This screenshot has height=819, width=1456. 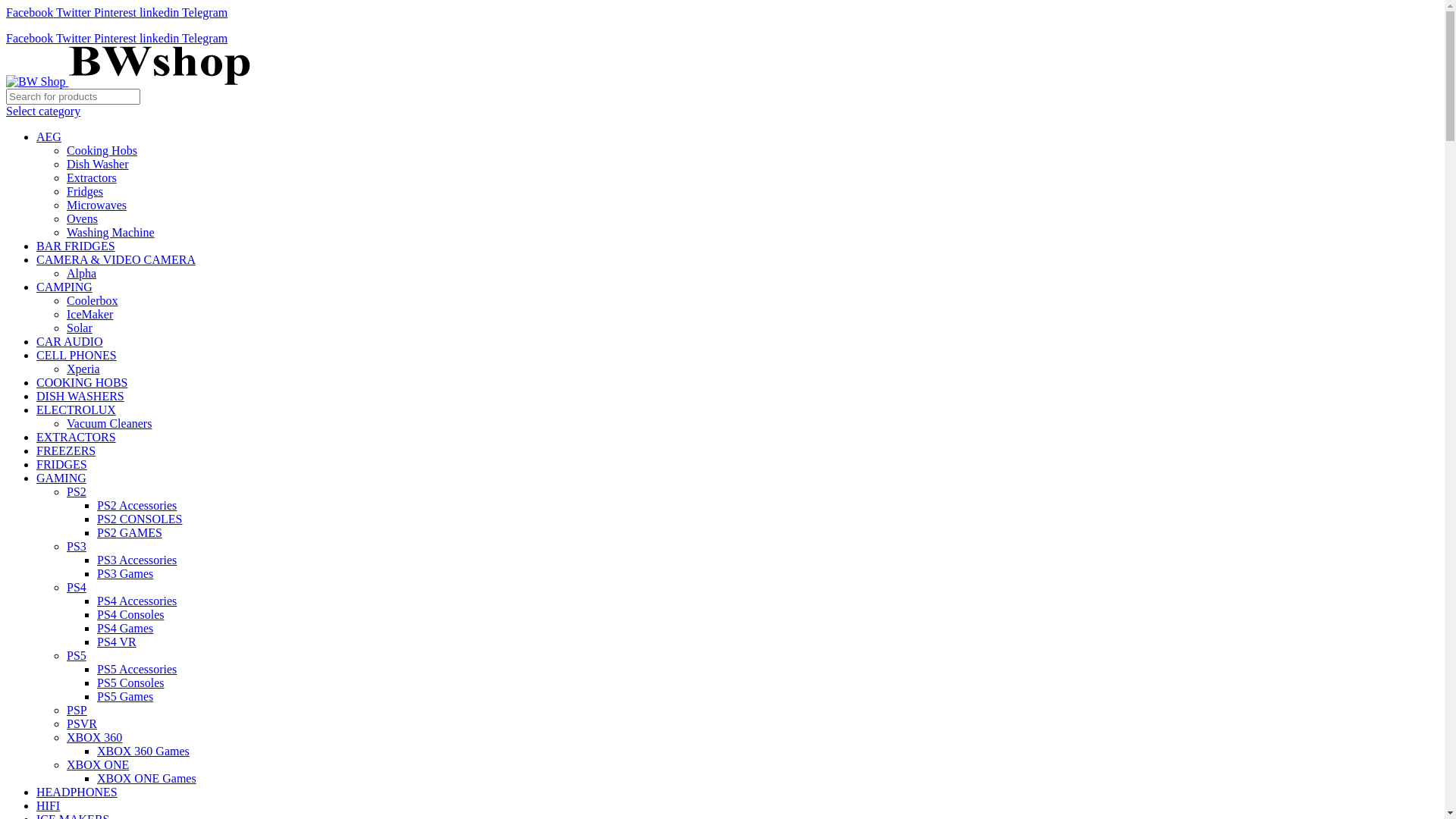 I want to click on 'Vacuum Cleaners', so click(x=108, y=423).